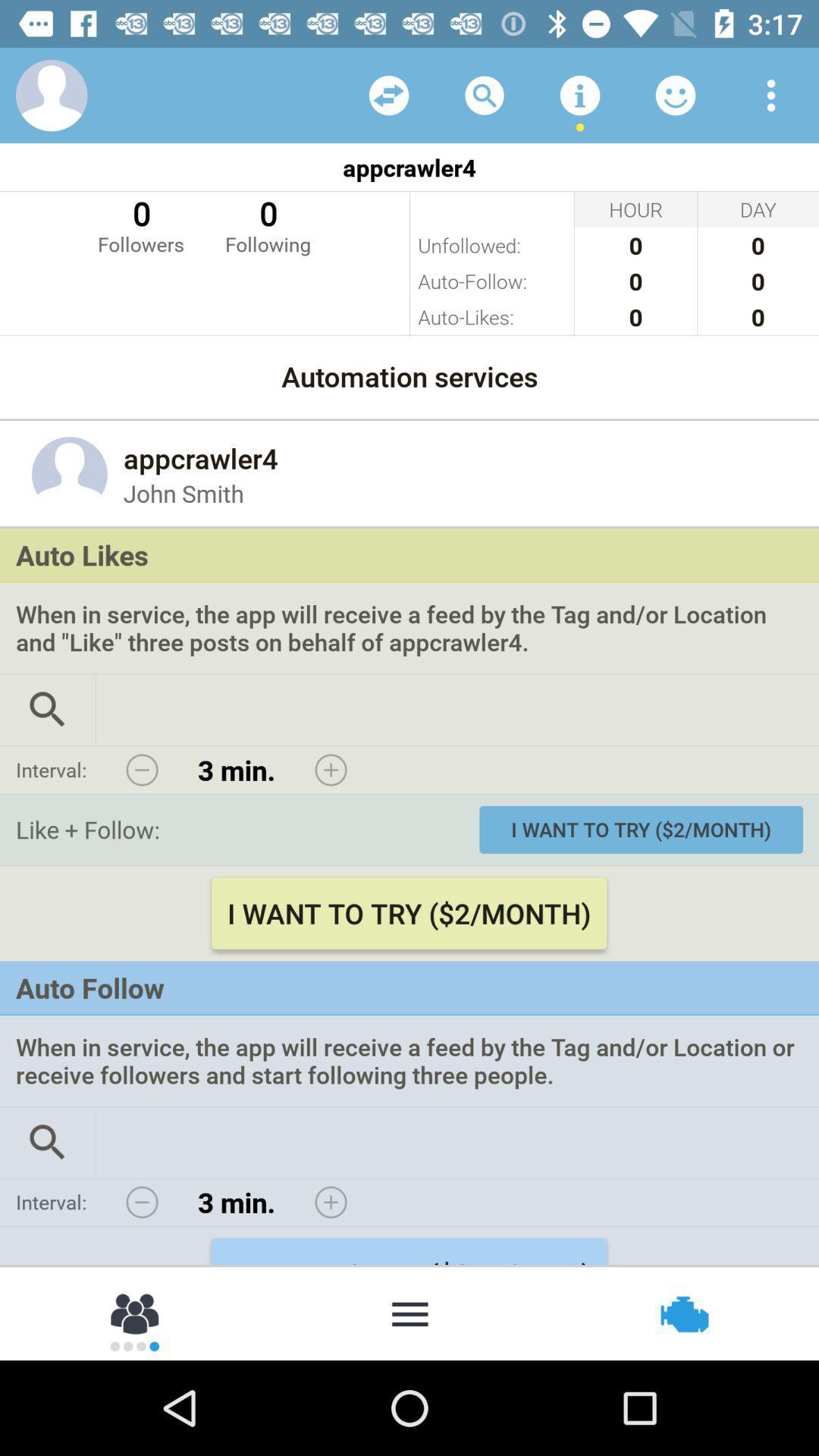 This screenshot has width=819, height=1456. I want to click on the more icon, so click(409, 1312).